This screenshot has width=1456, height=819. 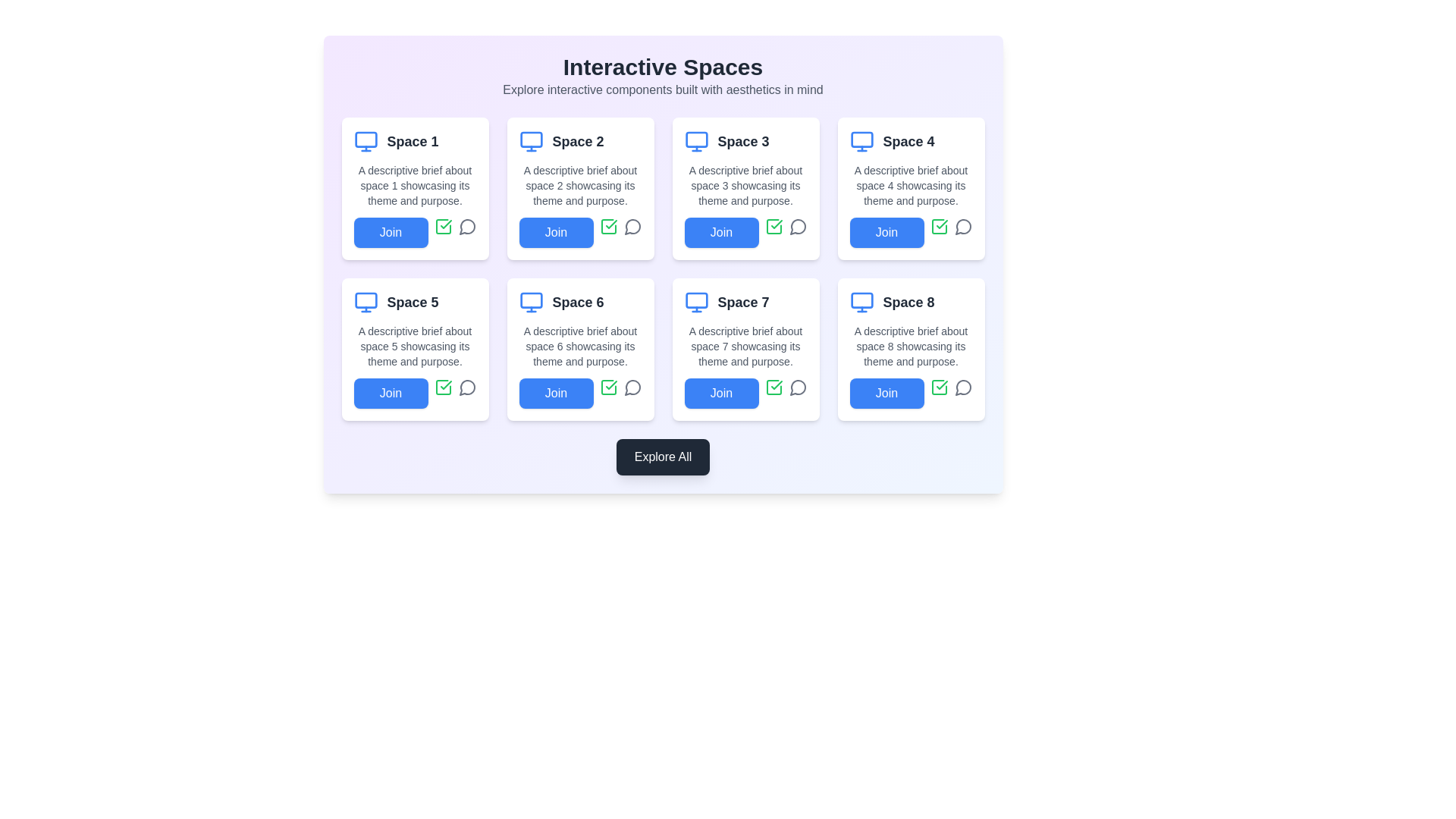 I want to click on the Text label that serves as a title for the fourth card in the first row of the grid layout, which indicates the name or category of the content displayed within that card, so click(x=908, y=141).